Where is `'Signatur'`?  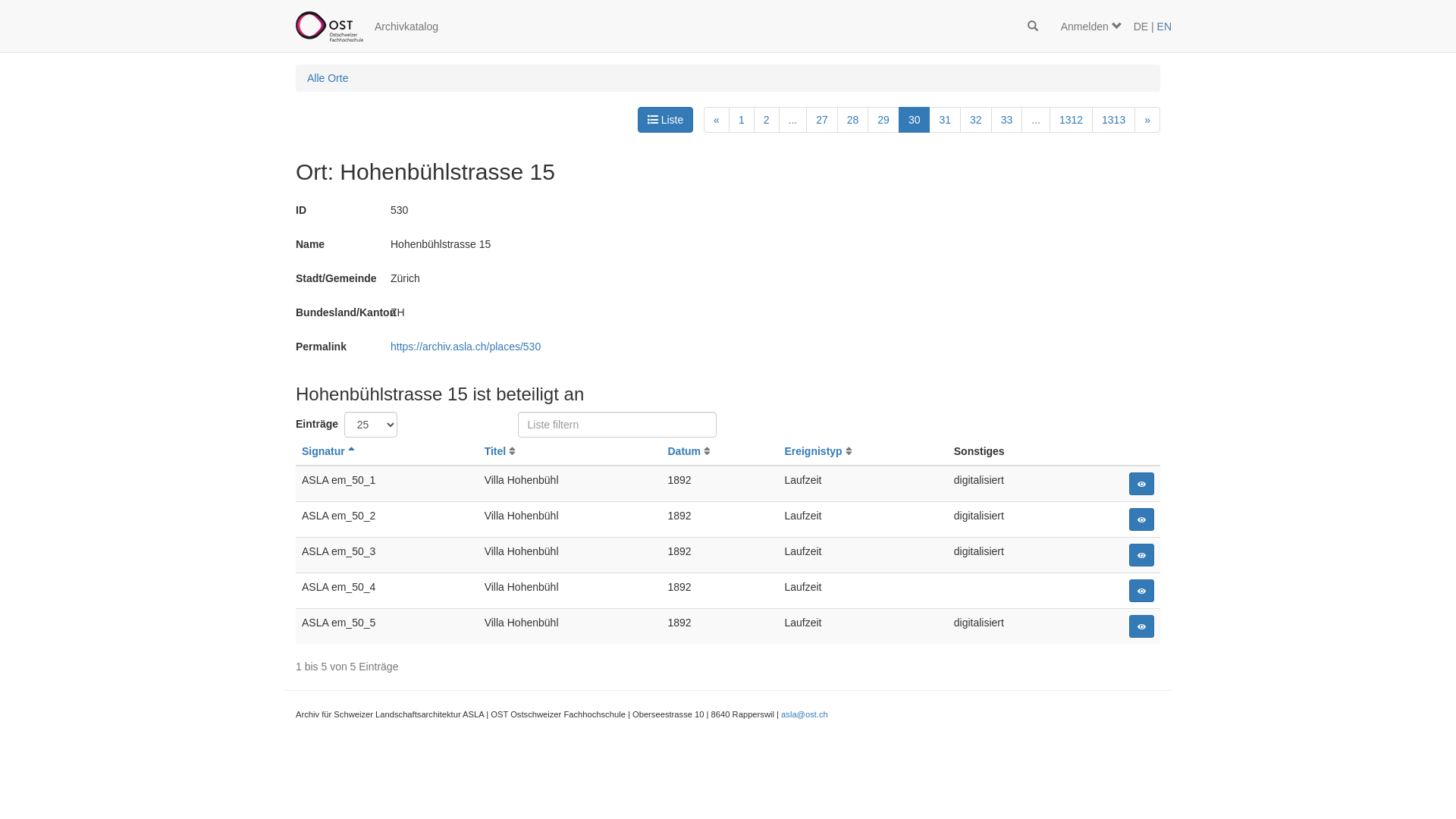
'Signatur' is located at coordinates (327, 450).